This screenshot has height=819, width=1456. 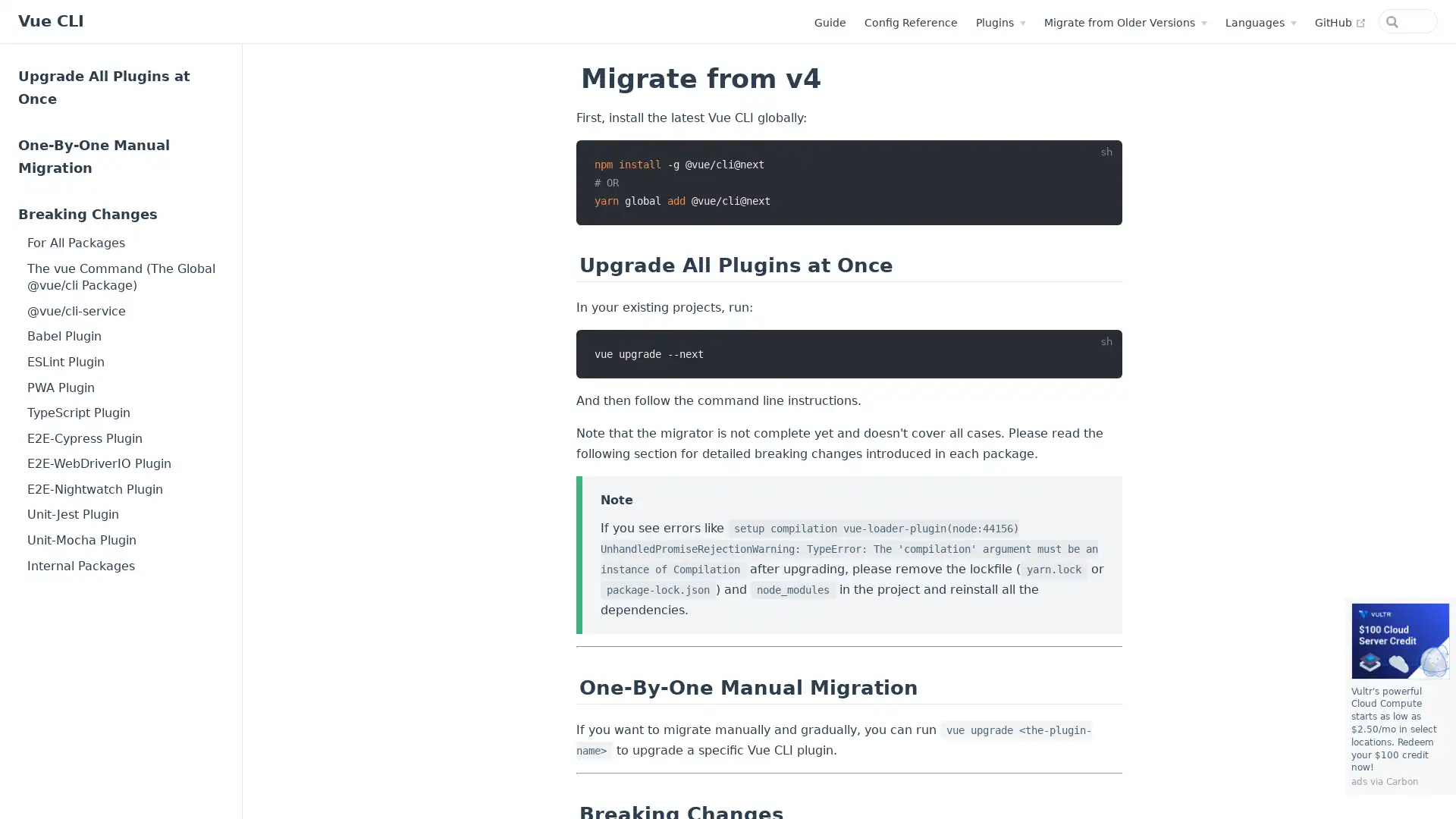 I want to click on Plugins, so click(x=938, y=23).